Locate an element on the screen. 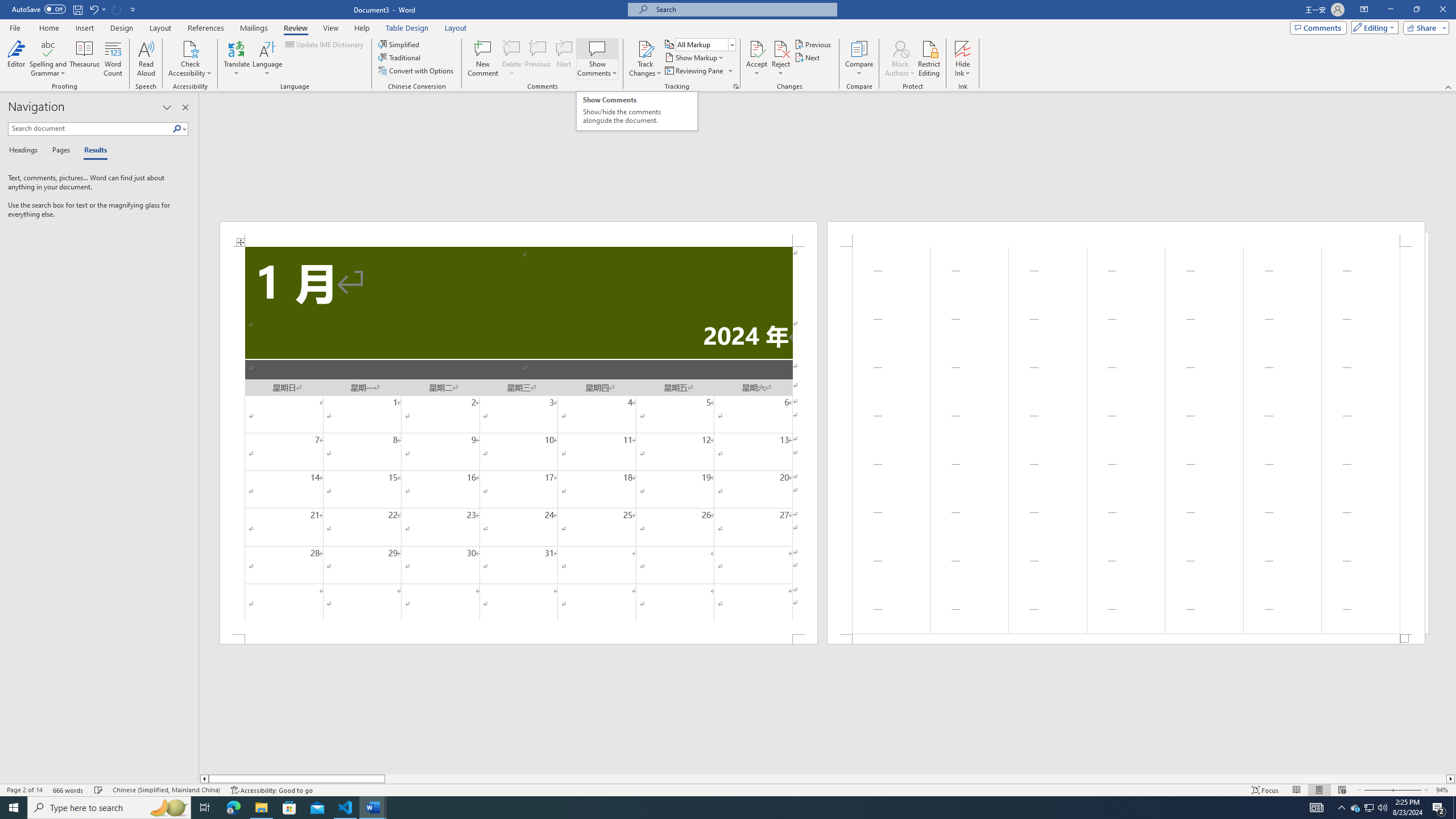 The image size is (1456, 819). 'Check Accessibility' is located at coordinates (190, 59).